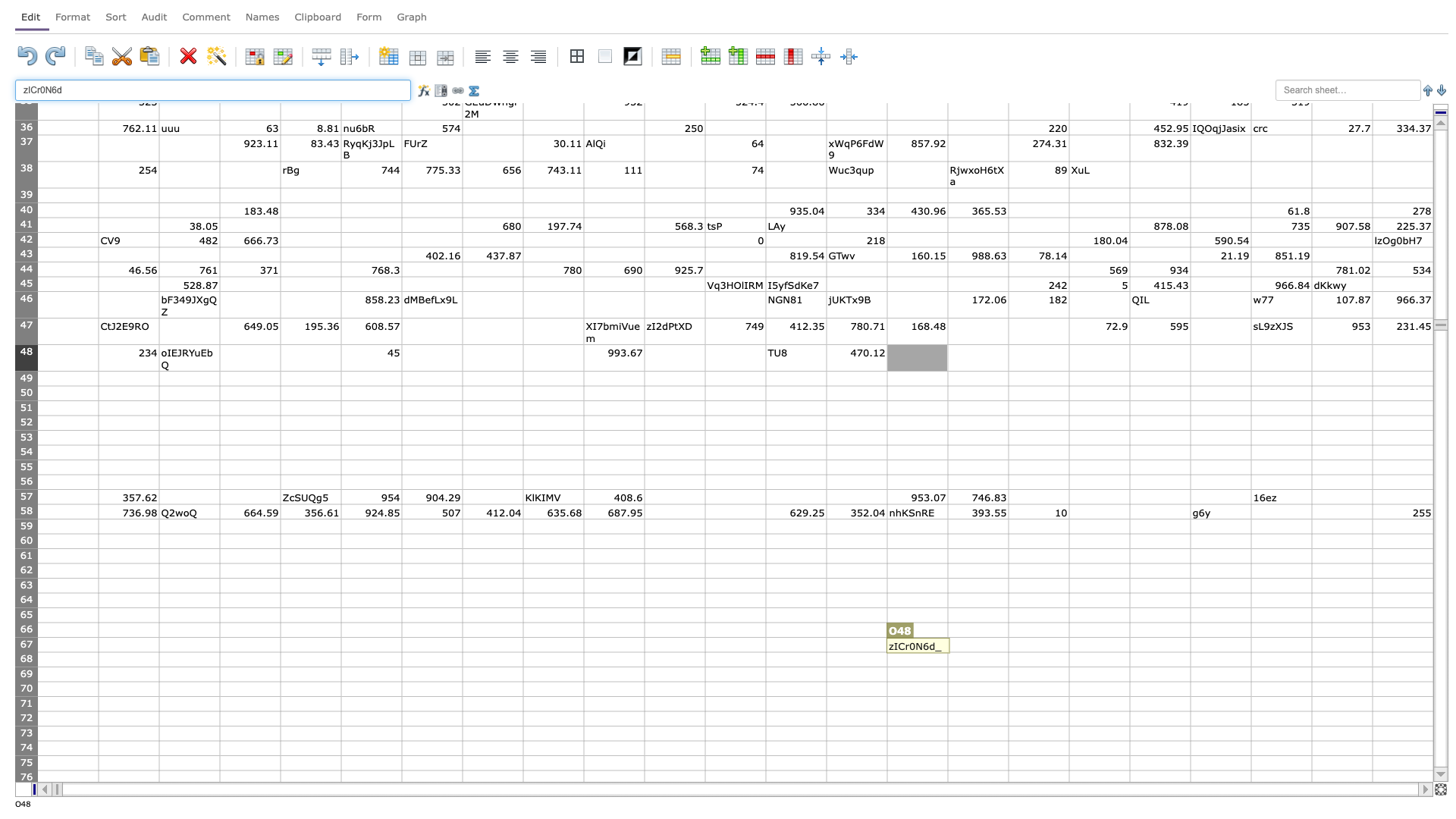 The image size is (1456, 819). I want to click on Series fill point of cell Q68, so click(1068, 666).